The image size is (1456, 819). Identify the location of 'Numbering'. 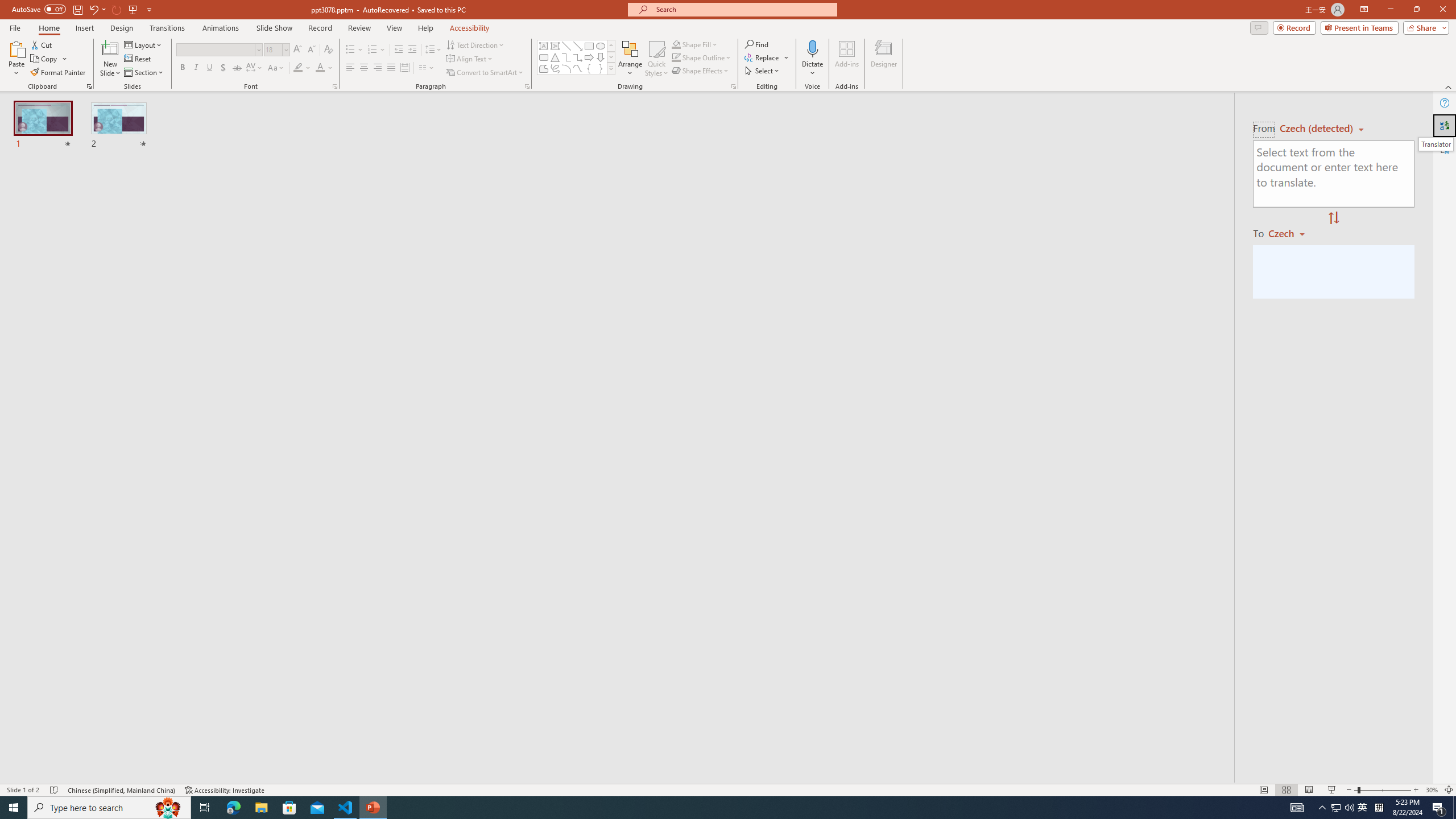
(377, 49).